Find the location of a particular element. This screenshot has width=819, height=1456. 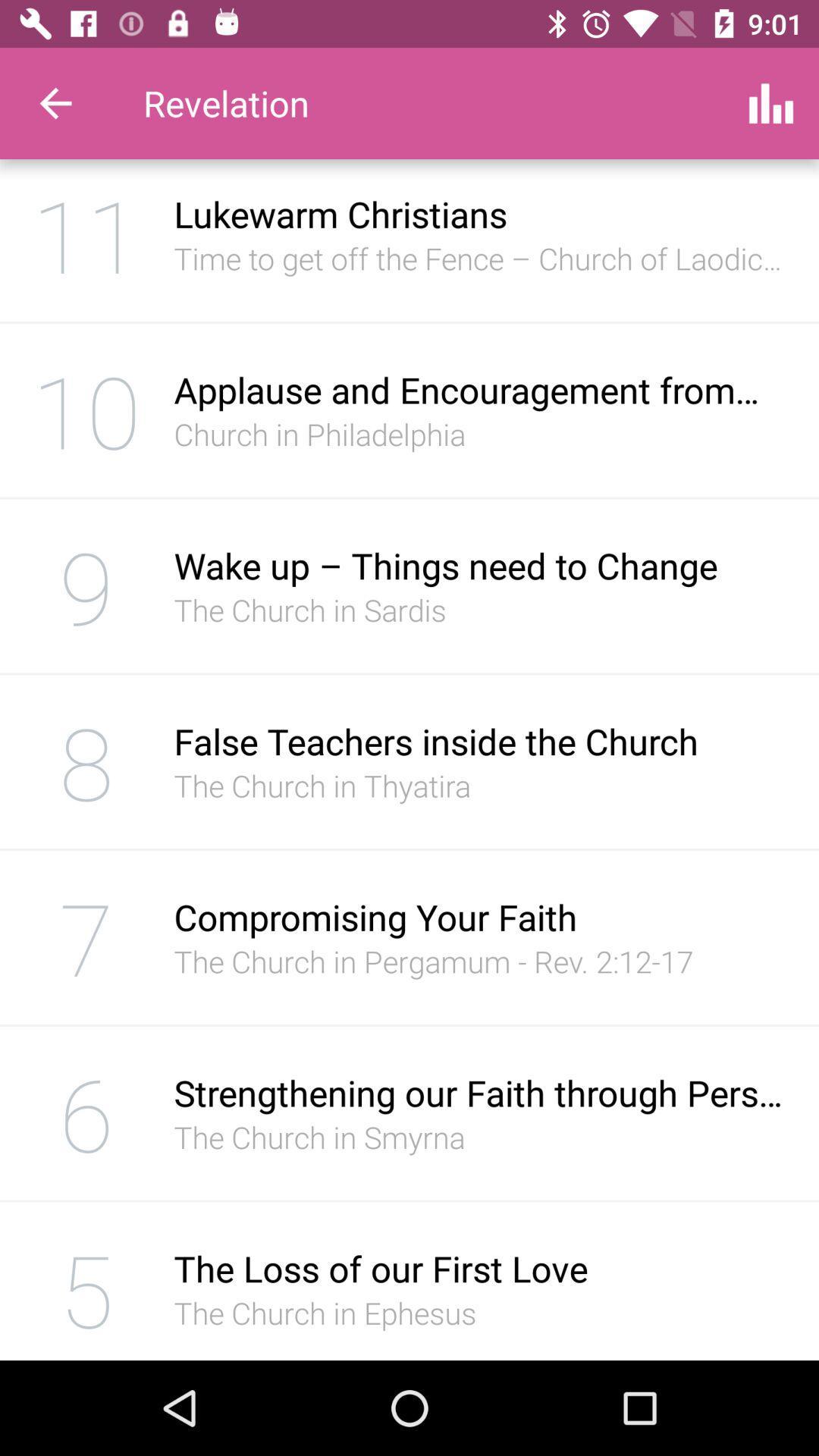

icon next to the revelation item is located at coordinates (55, 102).